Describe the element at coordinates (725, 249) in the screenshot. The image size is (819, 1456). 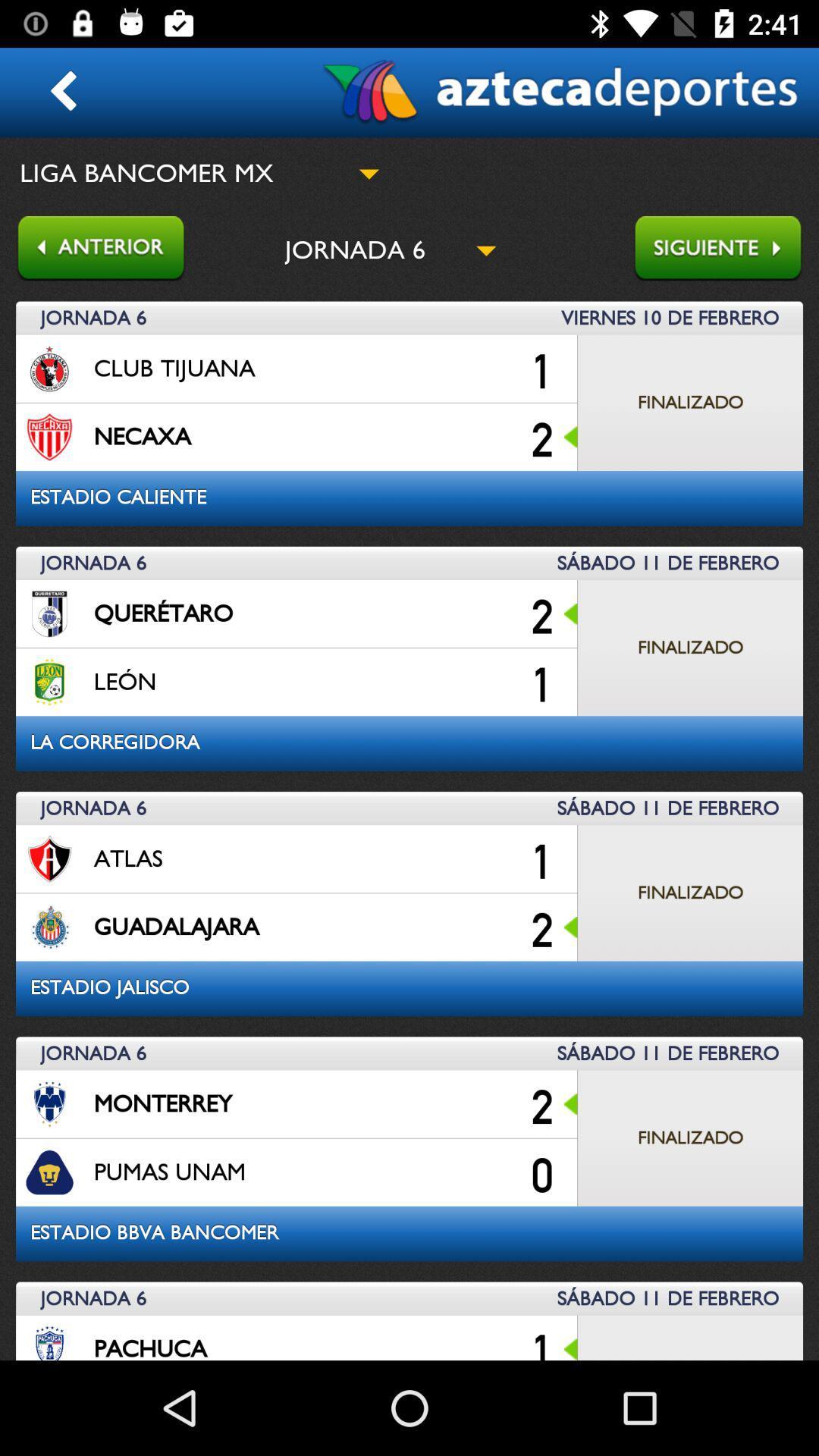
I see `forword` at that location.